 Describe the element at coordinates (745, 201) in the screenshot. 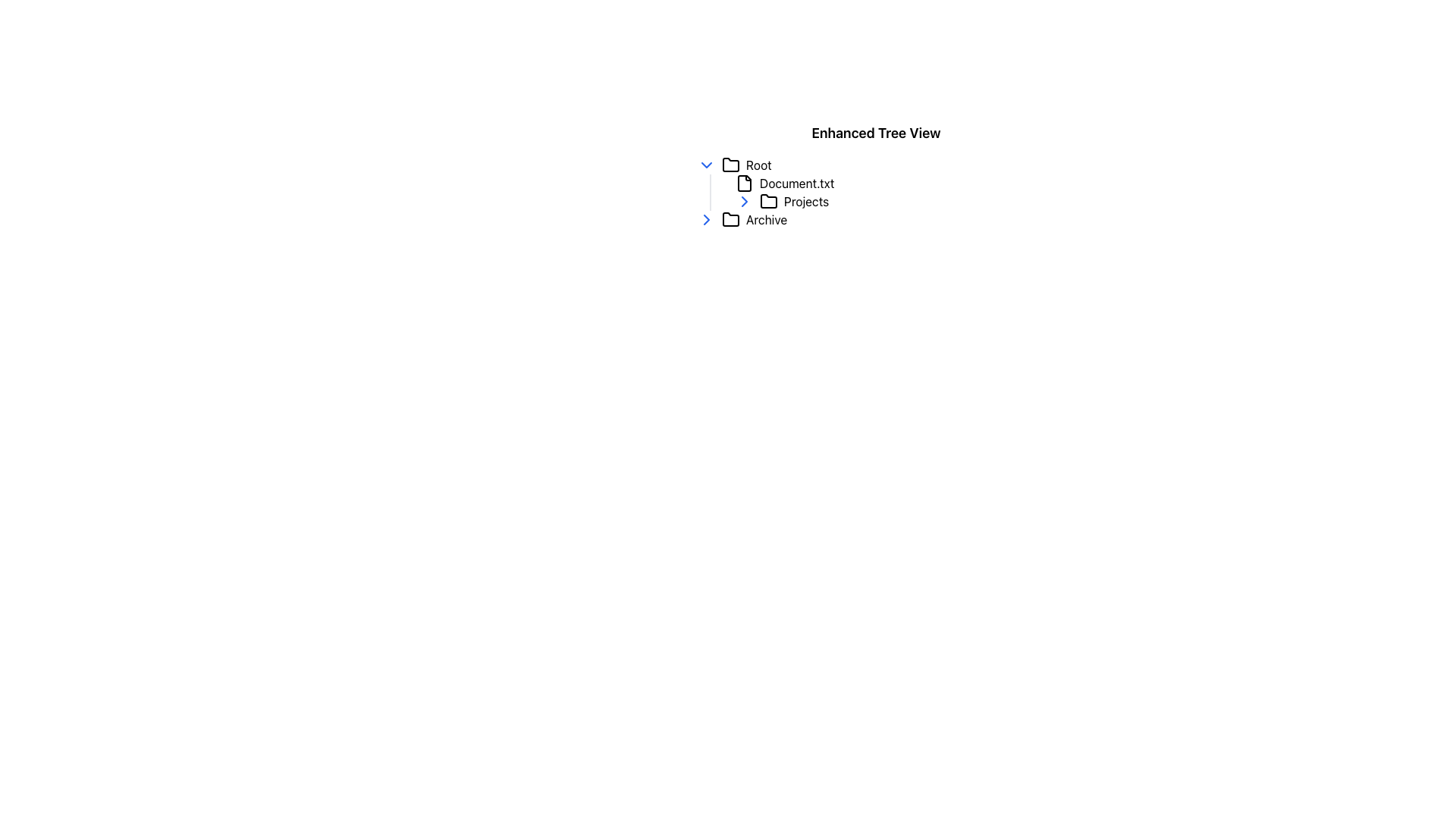

I see `the chevron-right icon indicating the 'Projects' folder` at that location.